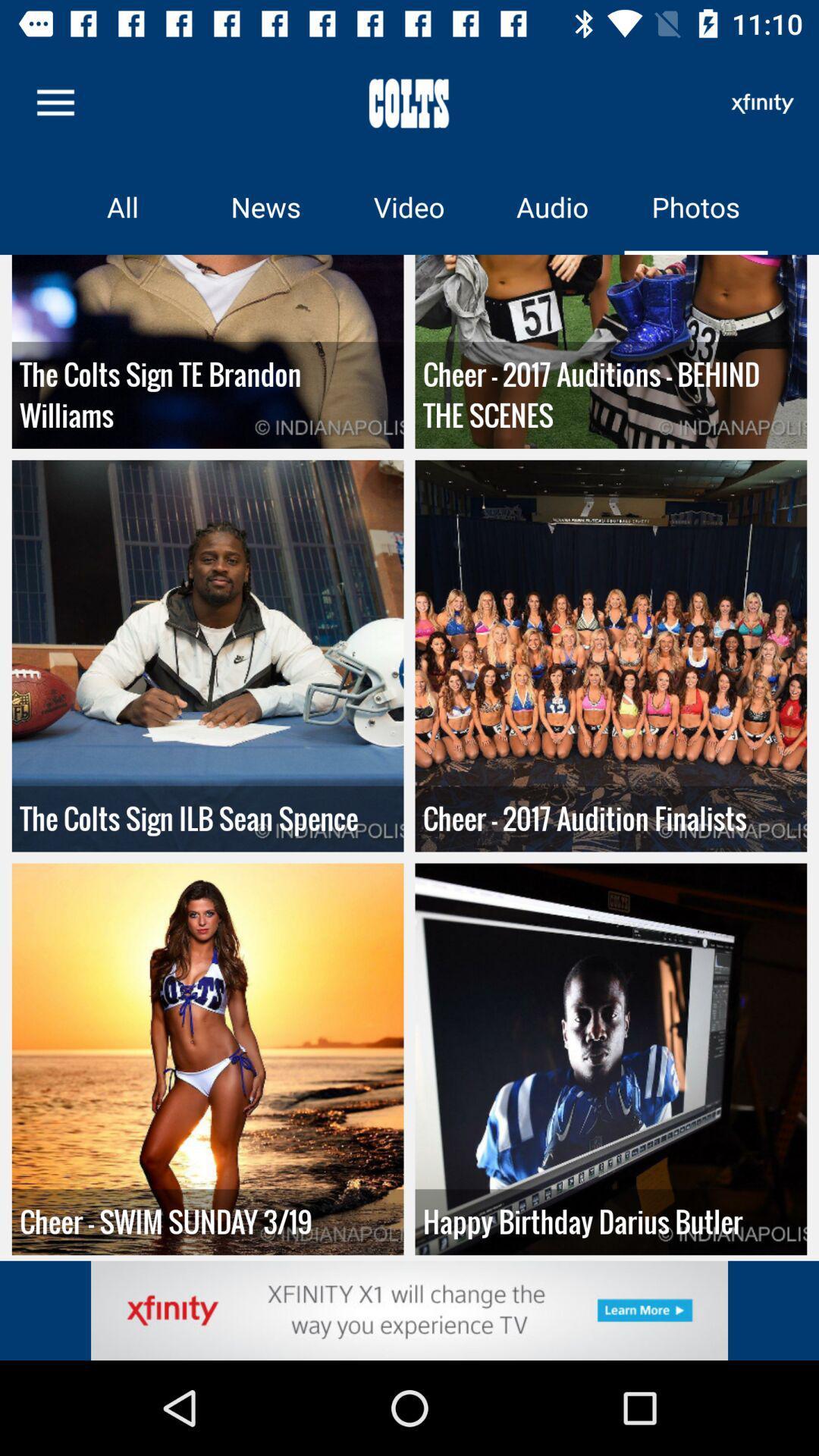 This screenshot has width=819, height=1456. Describe the element at coordinates (265, 206) in the screenshot. I see `the option having the text news` at that location.